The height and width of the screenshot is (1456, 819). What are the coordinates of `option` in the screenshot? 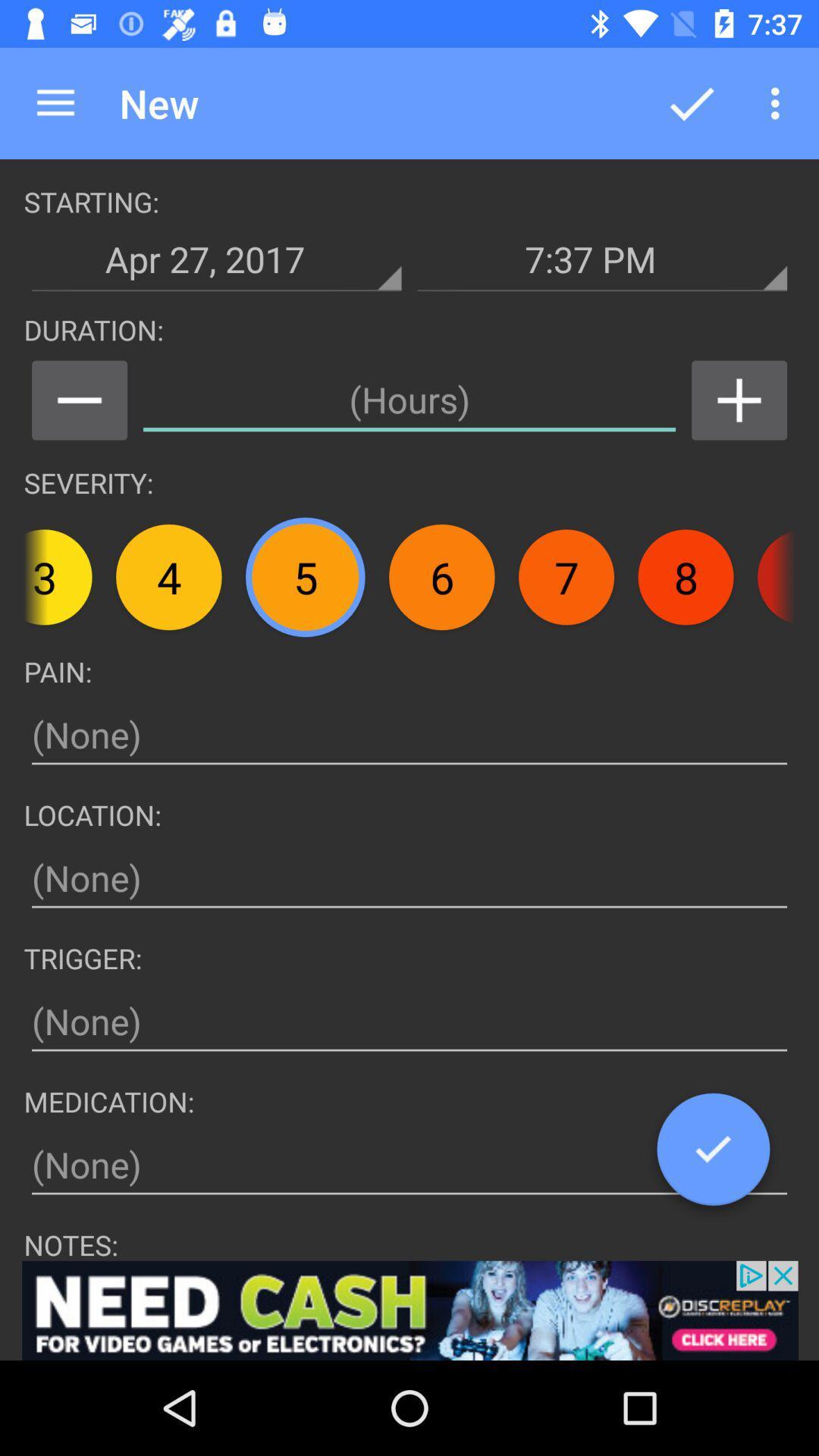 It's located at (713, 1154).